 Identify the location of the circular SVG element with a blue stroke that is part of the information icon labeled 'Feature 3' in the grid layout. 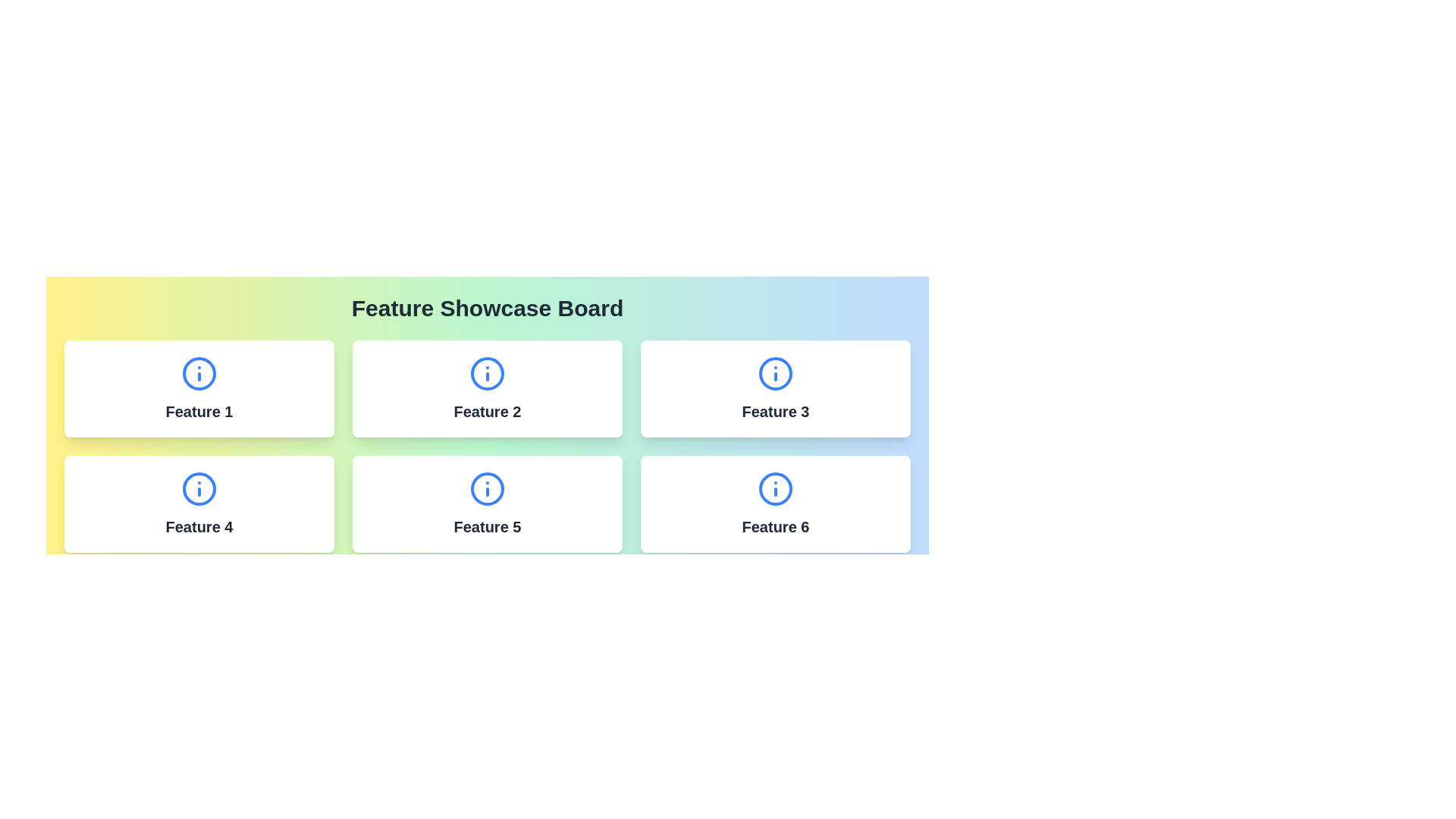
(775, 374).